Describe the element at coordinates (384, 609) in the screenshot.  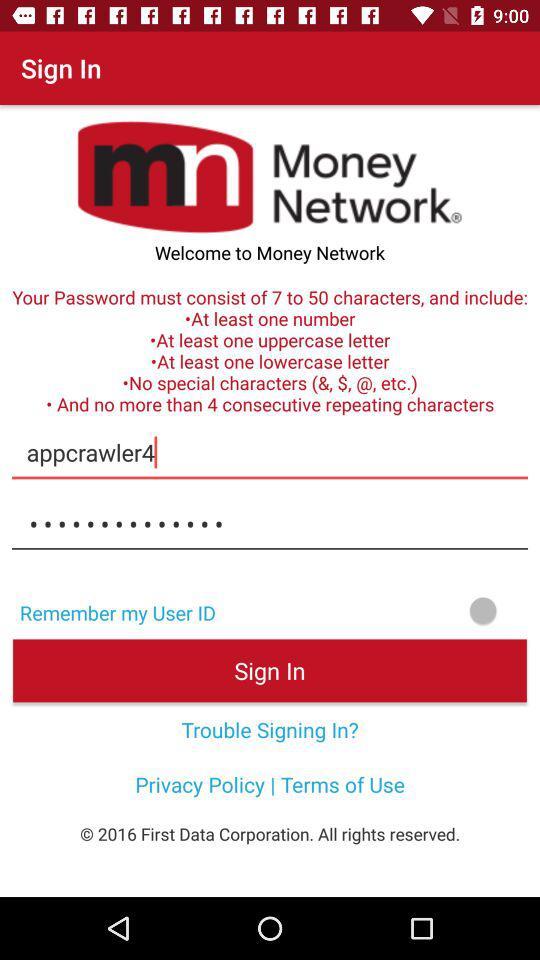
I see `icon above the sign in item` at that location.